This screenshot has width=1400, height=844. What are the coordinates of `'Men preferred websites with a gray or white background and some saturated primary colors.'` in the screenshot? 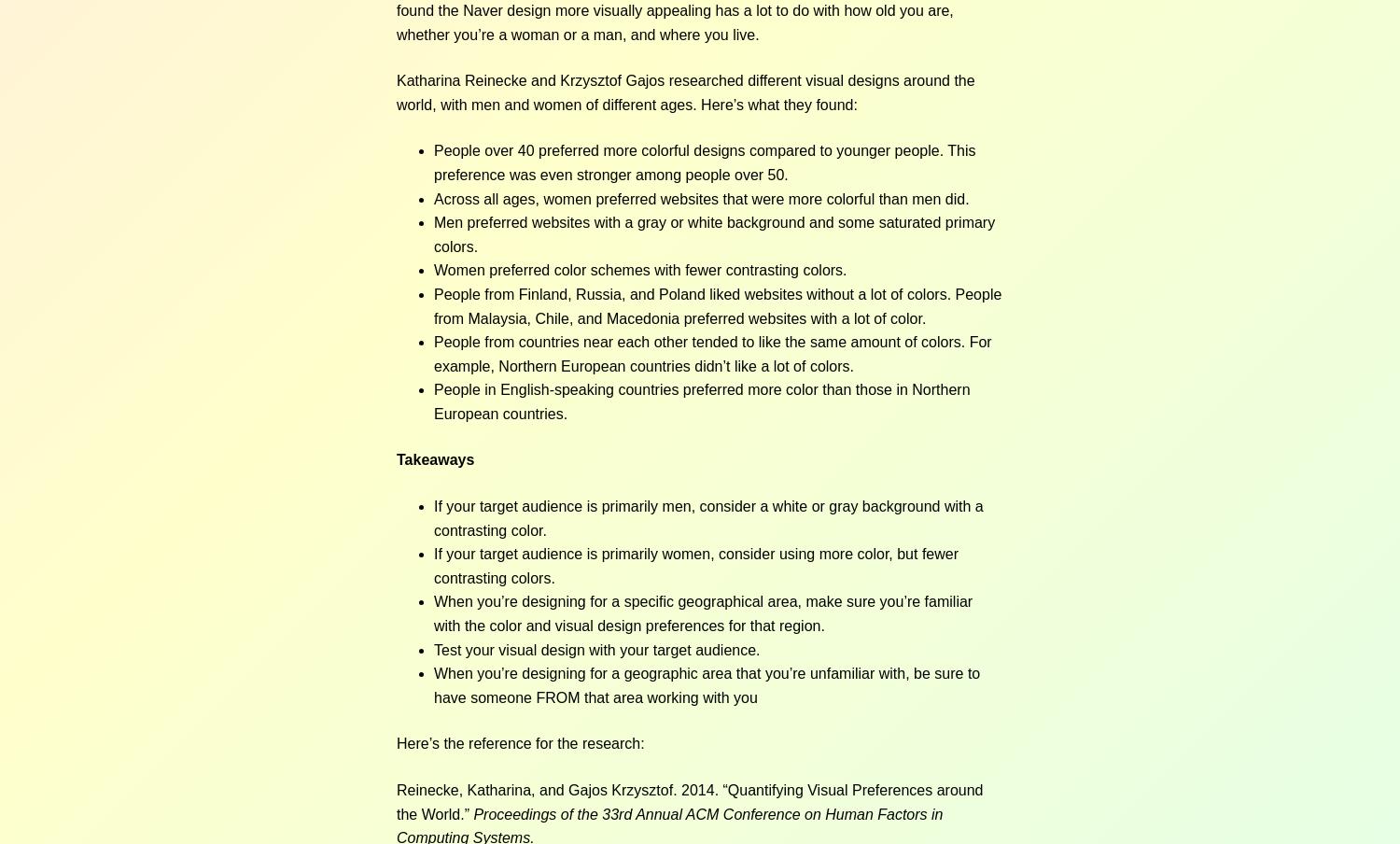 It's located at (714, 233).